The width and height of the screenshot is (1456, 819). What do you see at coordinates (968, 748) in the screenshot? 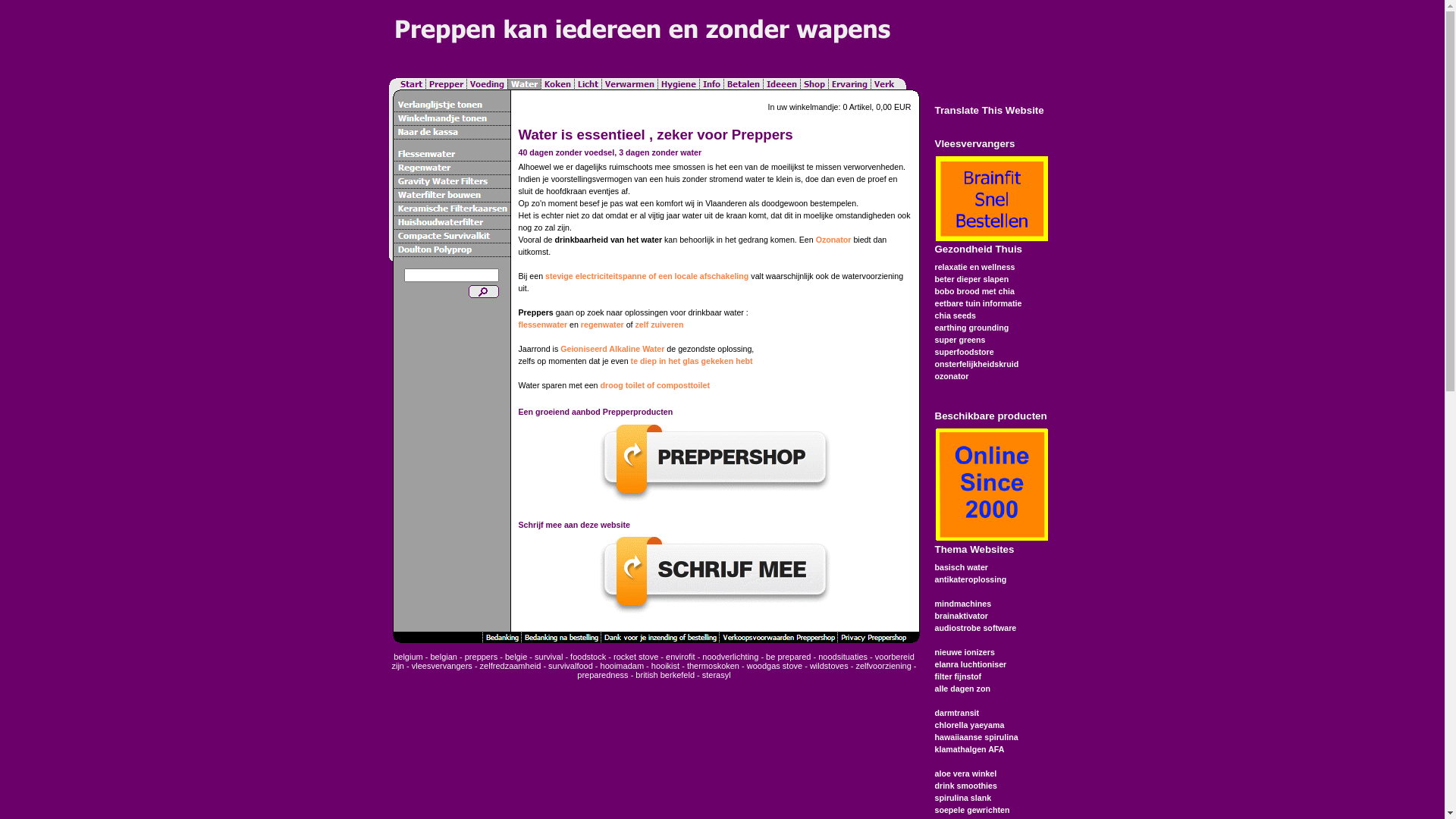
I see `'klamathalgen AFA'` at bounding box center [968, 748].